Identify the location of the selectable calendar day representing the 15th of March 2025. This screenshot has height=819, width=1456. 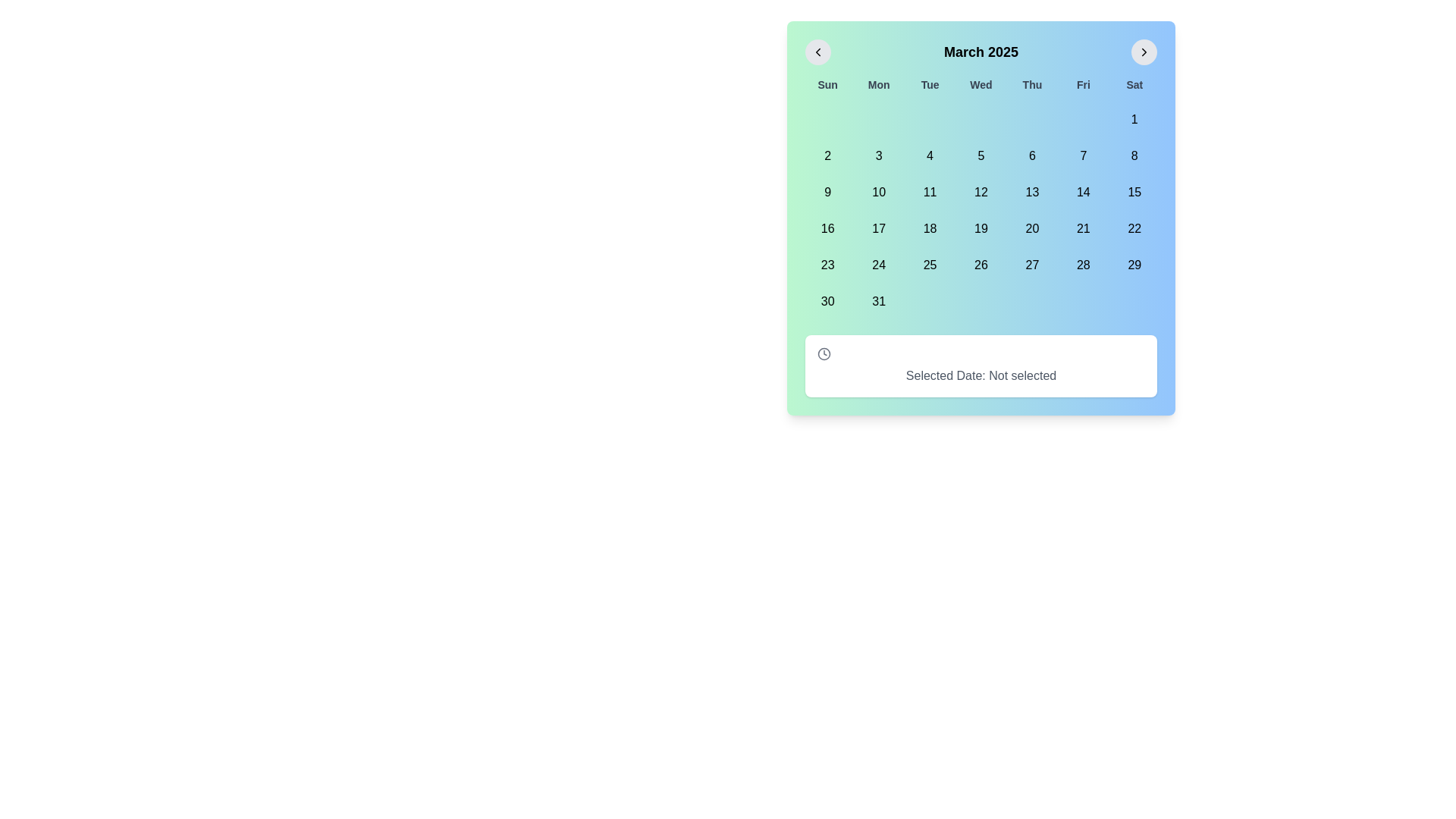
(1134, 192).